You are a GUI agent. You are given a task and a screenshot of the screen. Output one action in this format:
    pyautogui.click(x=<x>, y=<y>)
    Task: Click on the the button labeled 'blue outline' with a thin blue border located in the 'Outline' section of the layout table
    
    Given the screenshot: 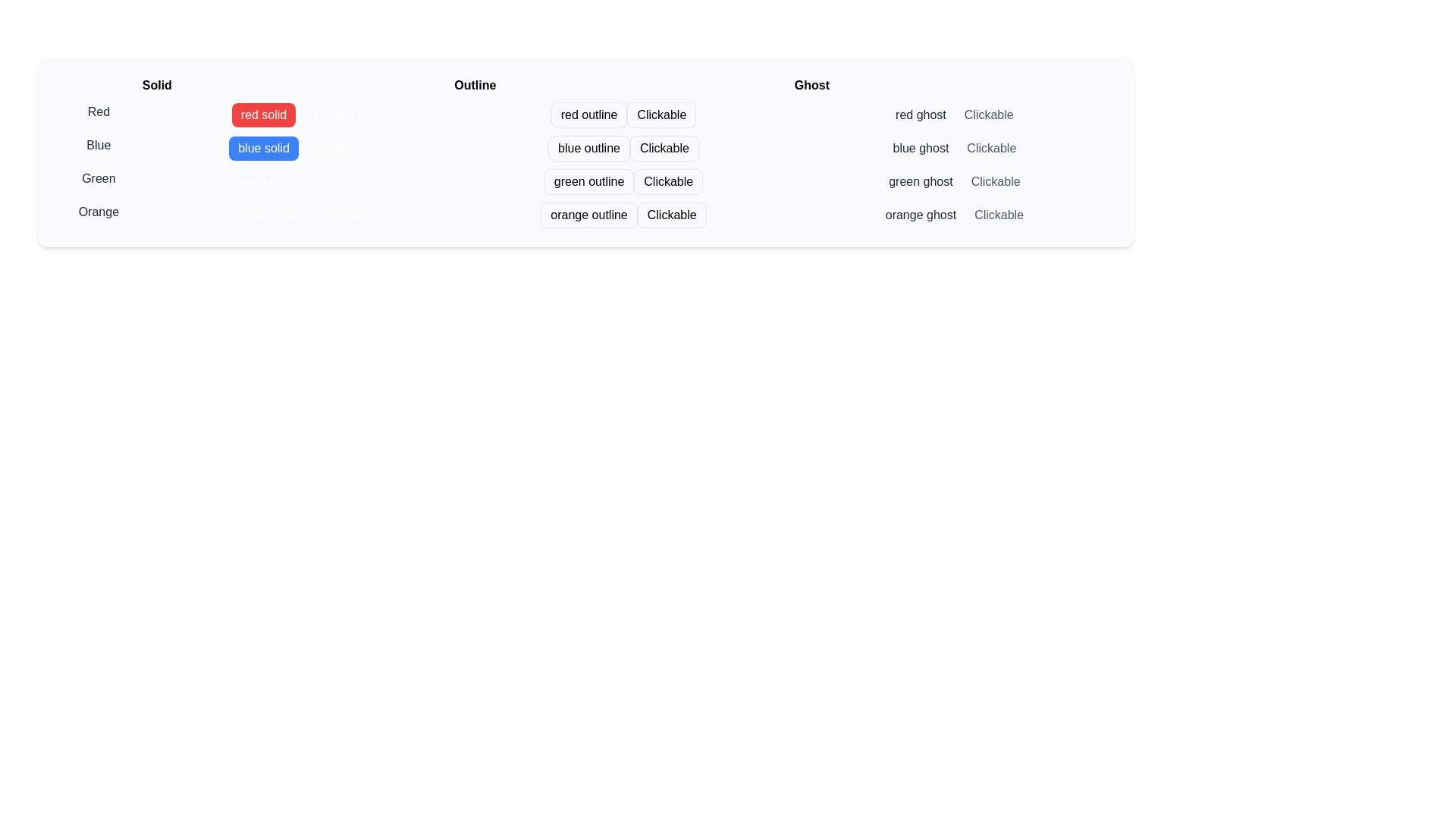 What is the action you would take?
    pyautogui.click(x=588, y=149)
    